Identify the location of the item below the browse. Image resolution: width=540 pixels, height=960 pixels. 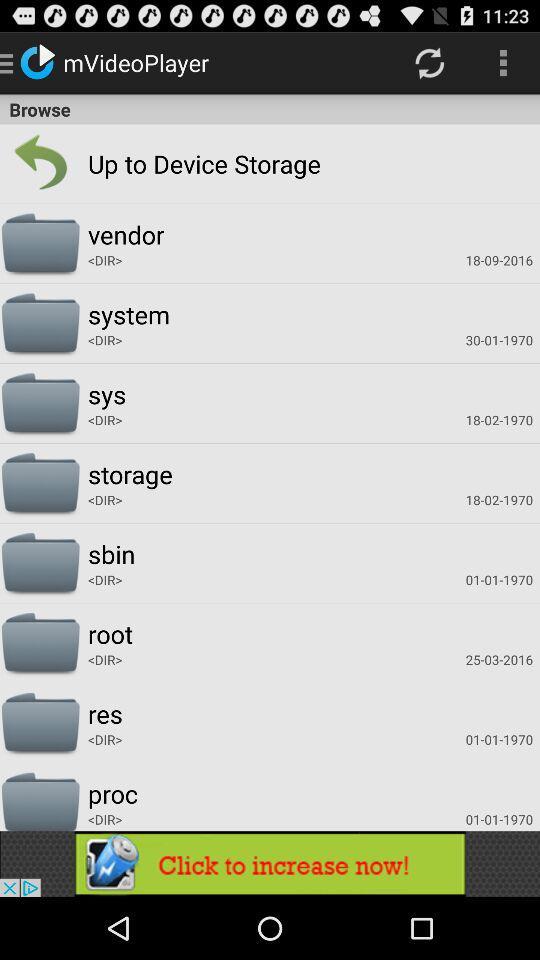
(40, 162).